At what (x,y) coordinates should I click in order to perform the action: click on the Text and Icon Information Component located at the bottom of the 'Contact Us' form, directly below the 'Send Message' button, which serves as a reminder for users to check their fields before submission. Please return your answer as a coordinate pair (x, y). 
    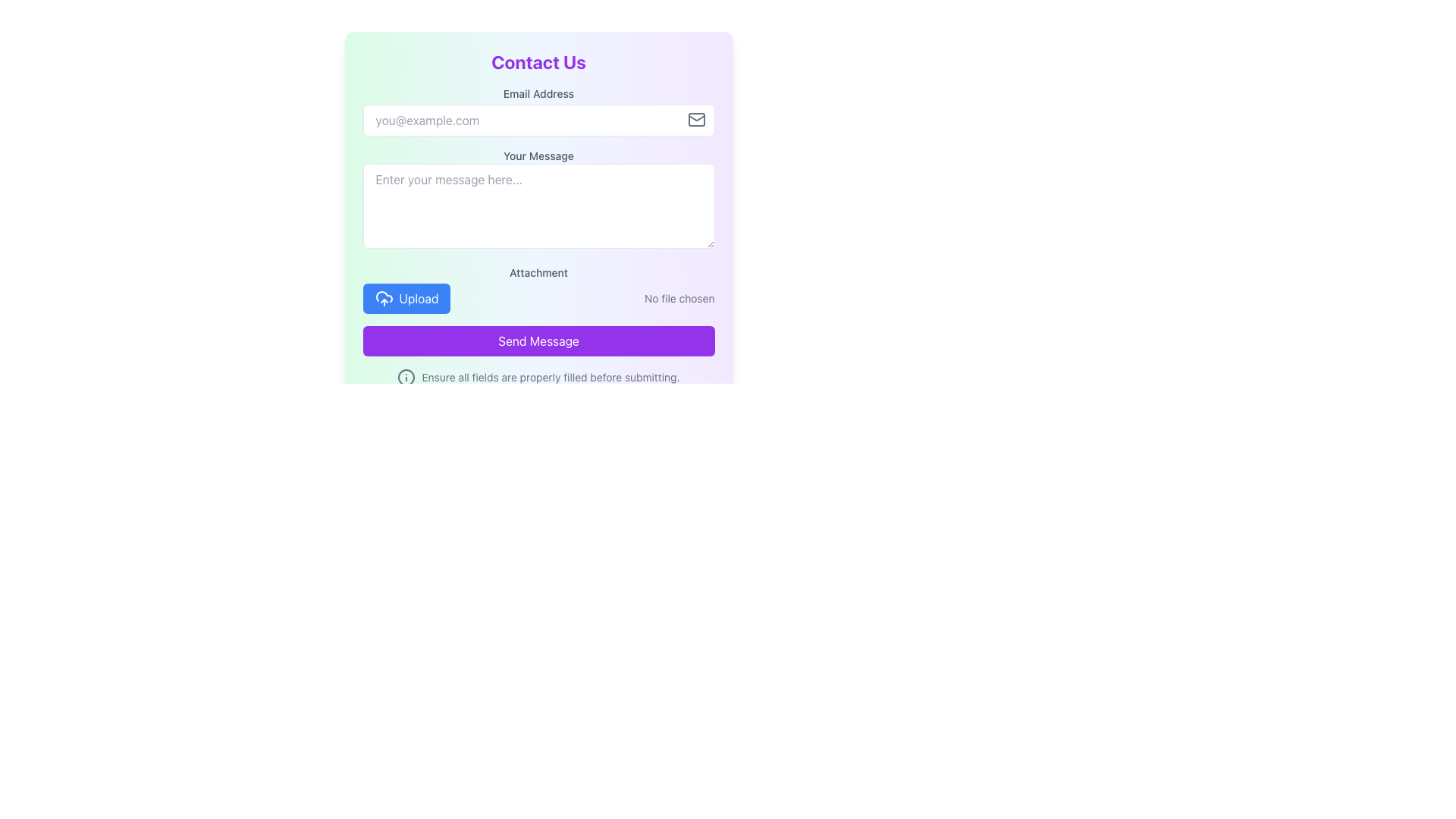
    Looking at the image, I should click on (538, 376).